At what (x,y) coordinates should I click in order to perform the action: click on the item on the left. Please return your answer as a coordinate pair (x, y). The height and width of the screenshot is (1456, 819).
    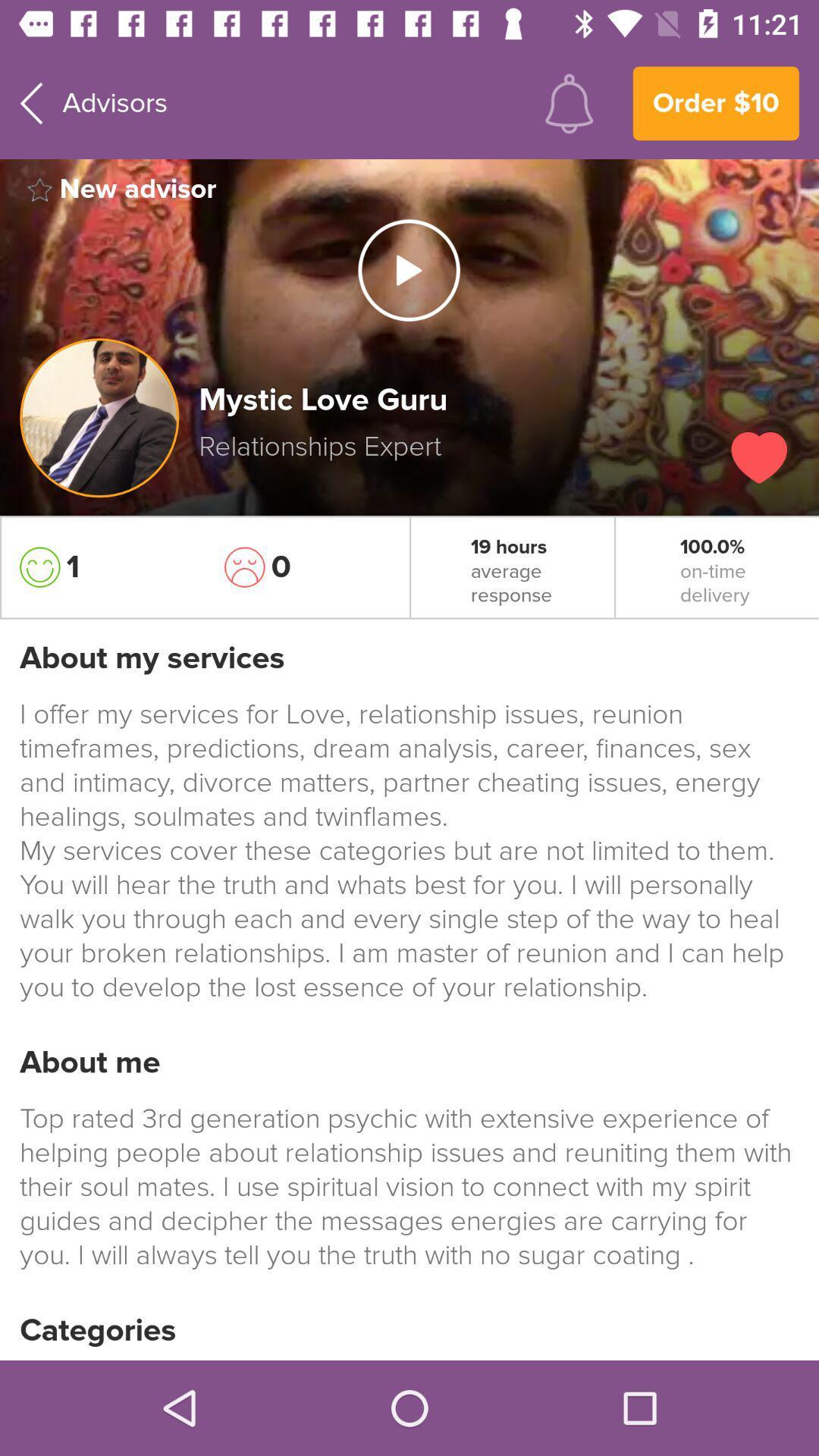
    Looking at the image, I should click on (102, 566).